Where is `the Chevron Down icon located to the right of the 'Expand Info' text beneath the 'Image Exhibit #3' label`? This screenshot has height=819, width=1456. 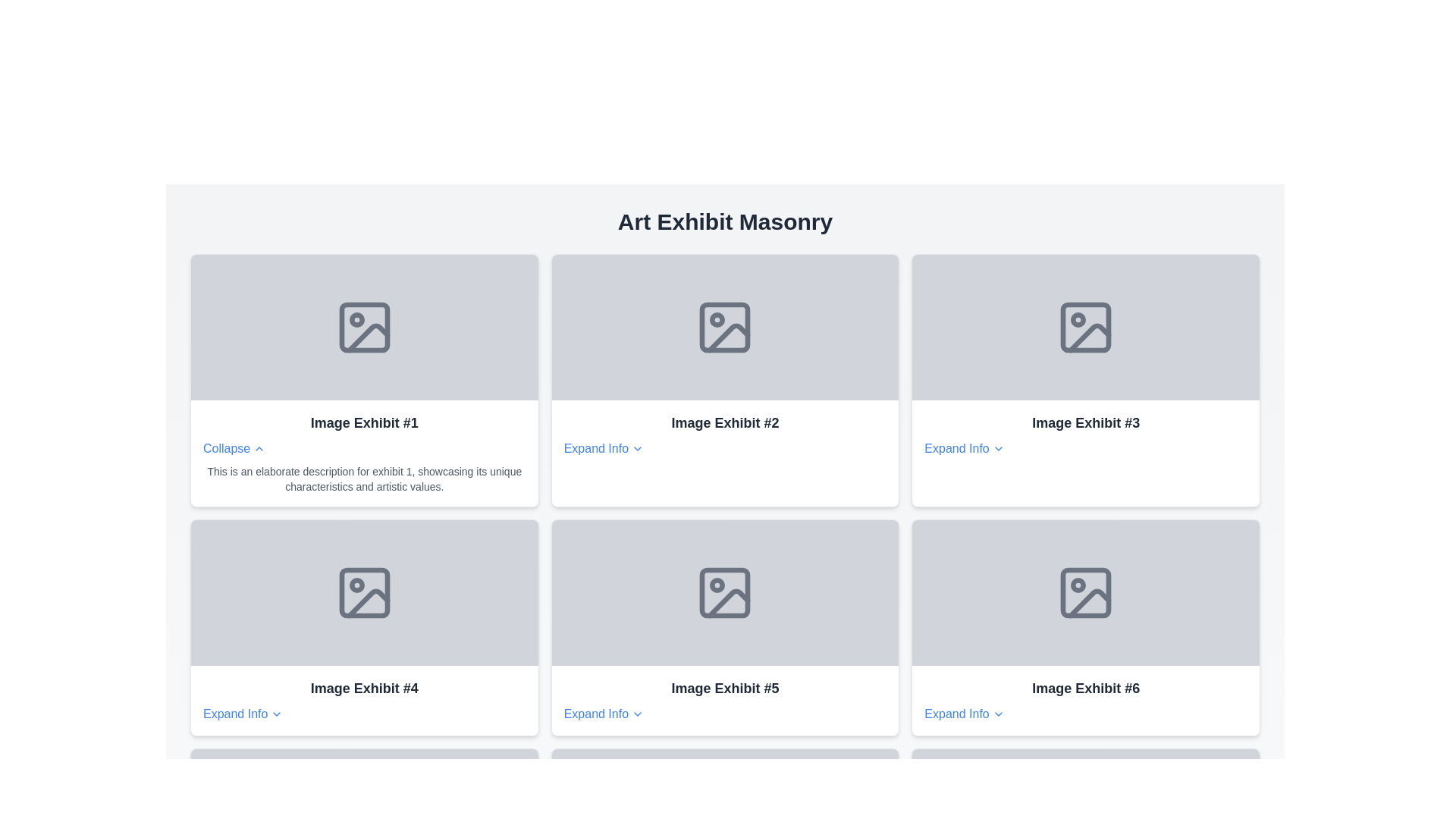 the Chevron Down icon located to the right of the 'Expand Info' text beneath the 'Image Exhibit #3' label is located at coordinates (998, 447).